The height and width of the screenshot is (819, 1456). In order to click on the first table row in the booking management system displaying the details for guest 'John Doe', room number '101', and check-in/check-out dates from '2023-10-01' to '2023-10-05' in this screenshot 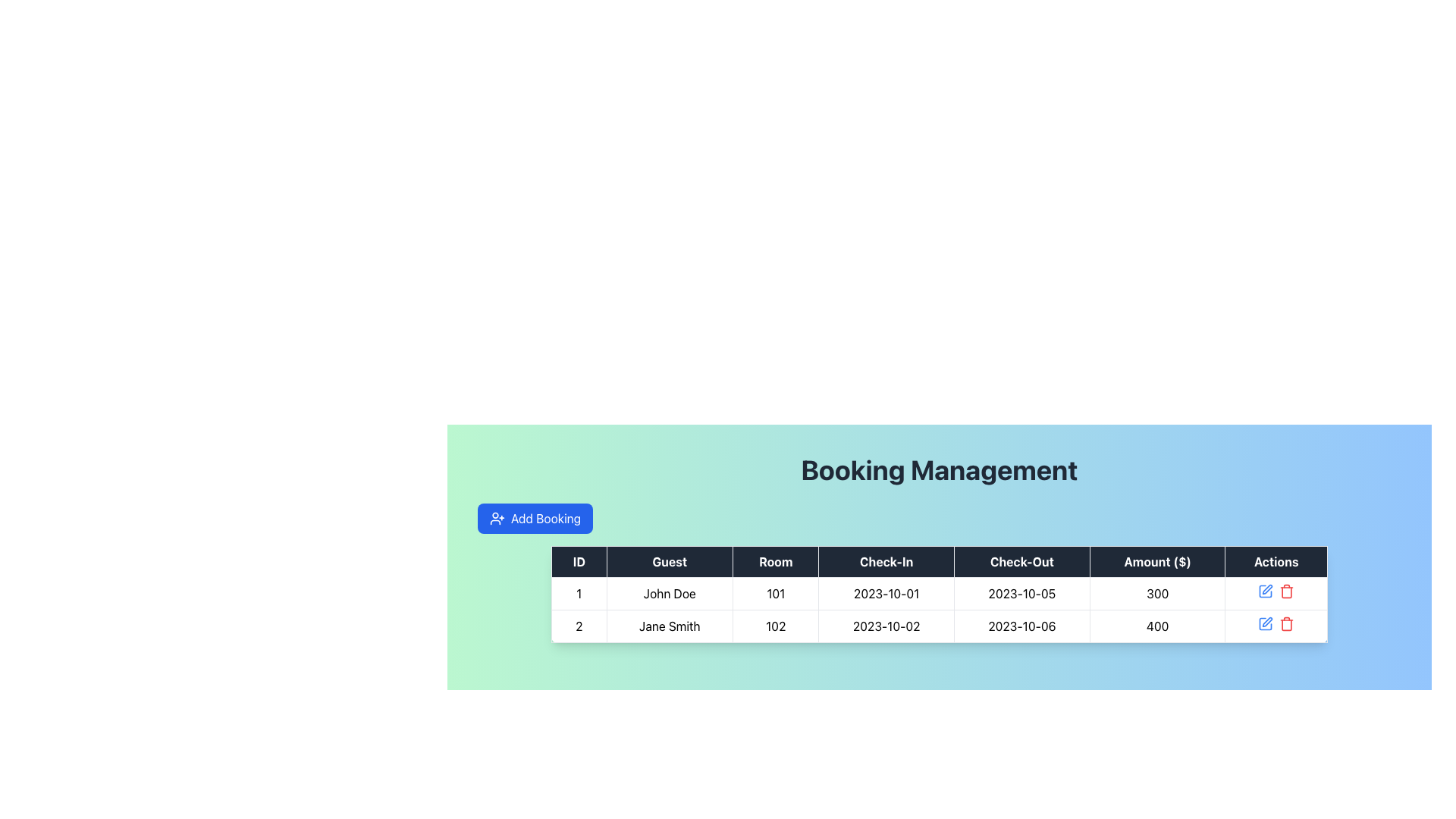, I will do `click(938, 608)`.